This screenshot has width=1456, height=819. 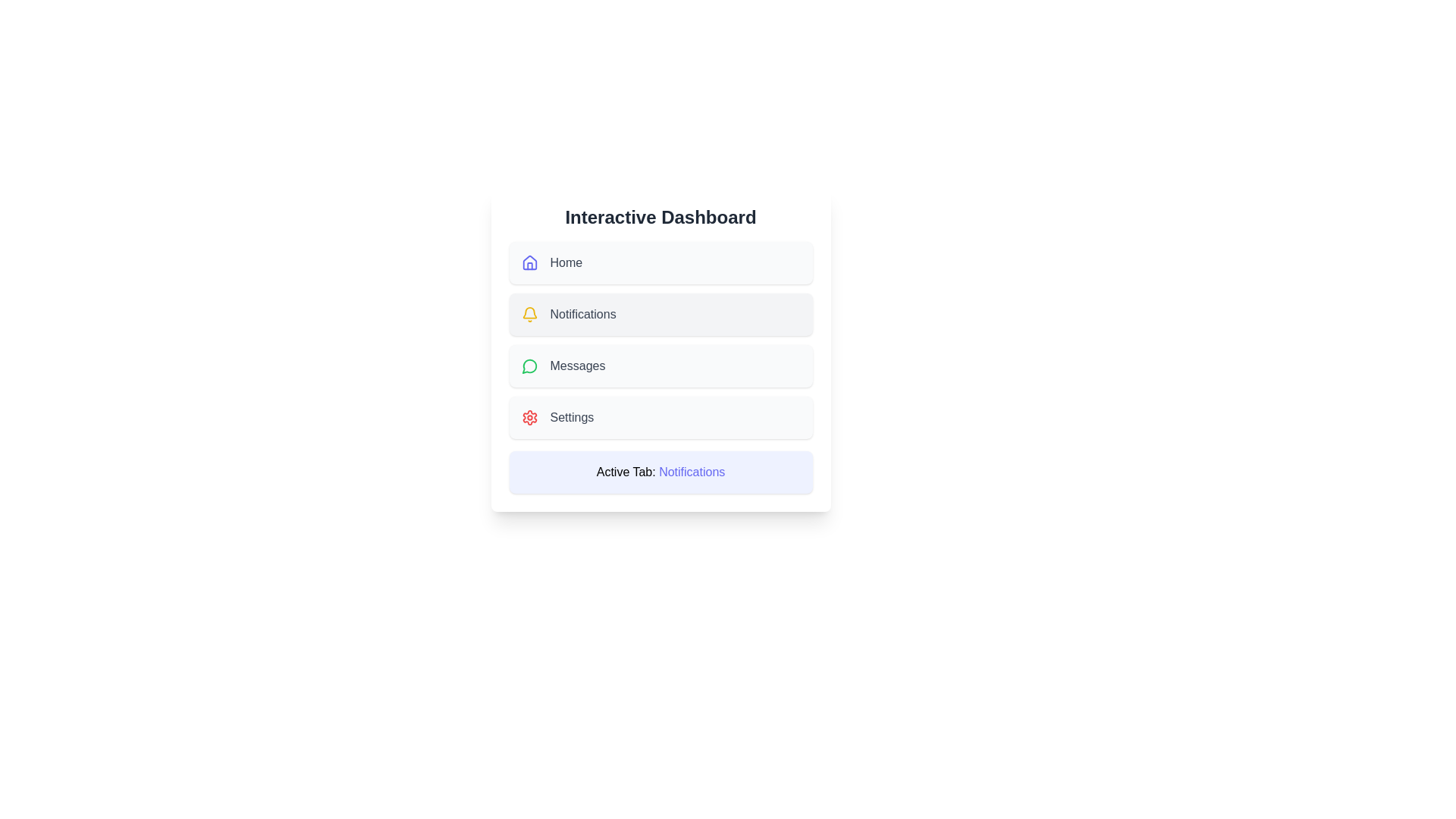 What do you see at coordinates (661, 262) in the screenshot?
I see `the menu button labeled Home` at bounding box center [661, 262].